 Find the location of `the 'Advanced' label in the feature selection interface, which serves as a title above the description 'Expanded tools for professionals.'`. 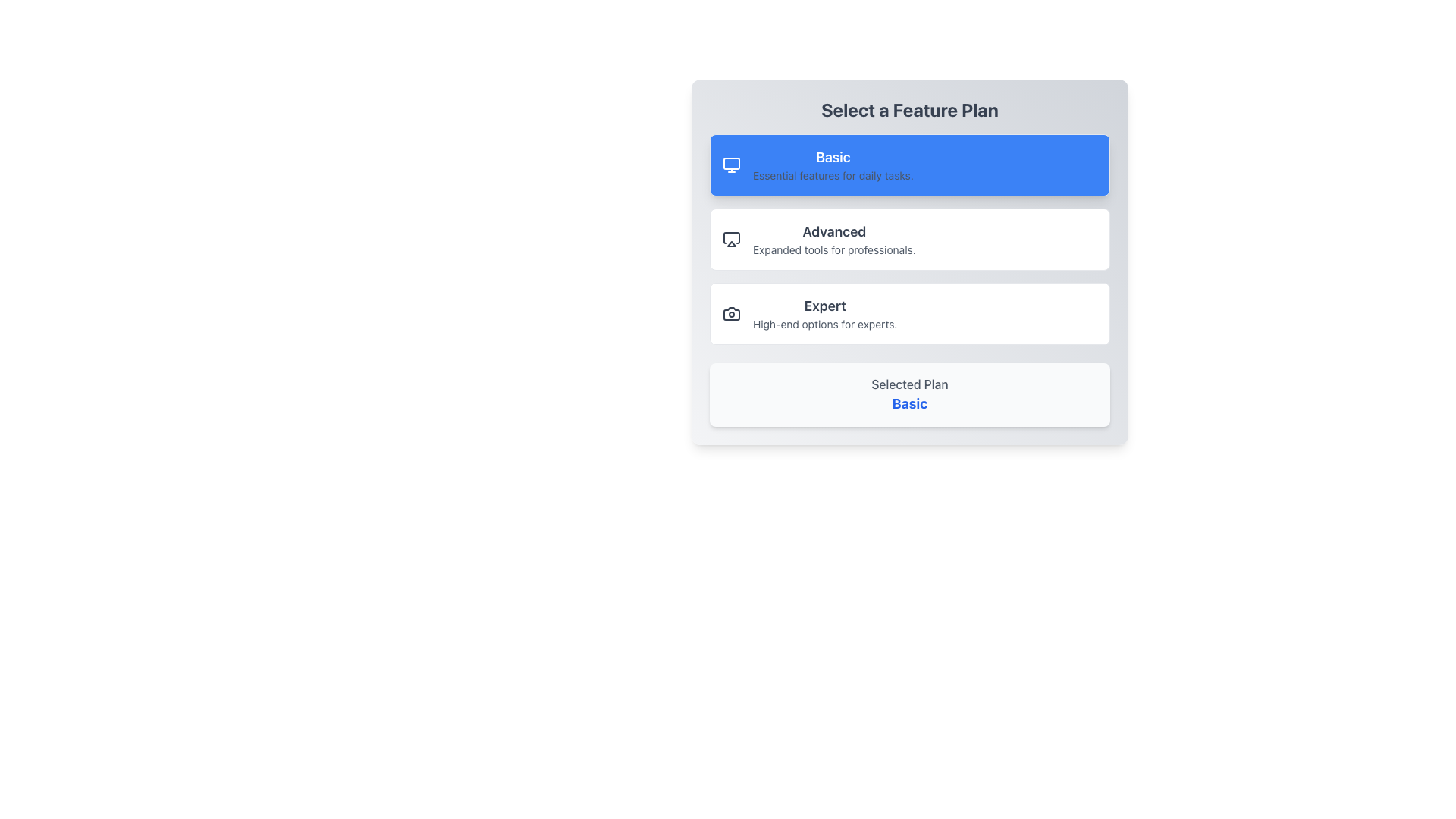

the 'Advanced' label in the feature selection interface, which serves as a title above the description 'Expanded tools for professionals.' is located at coordinates (833, 231).